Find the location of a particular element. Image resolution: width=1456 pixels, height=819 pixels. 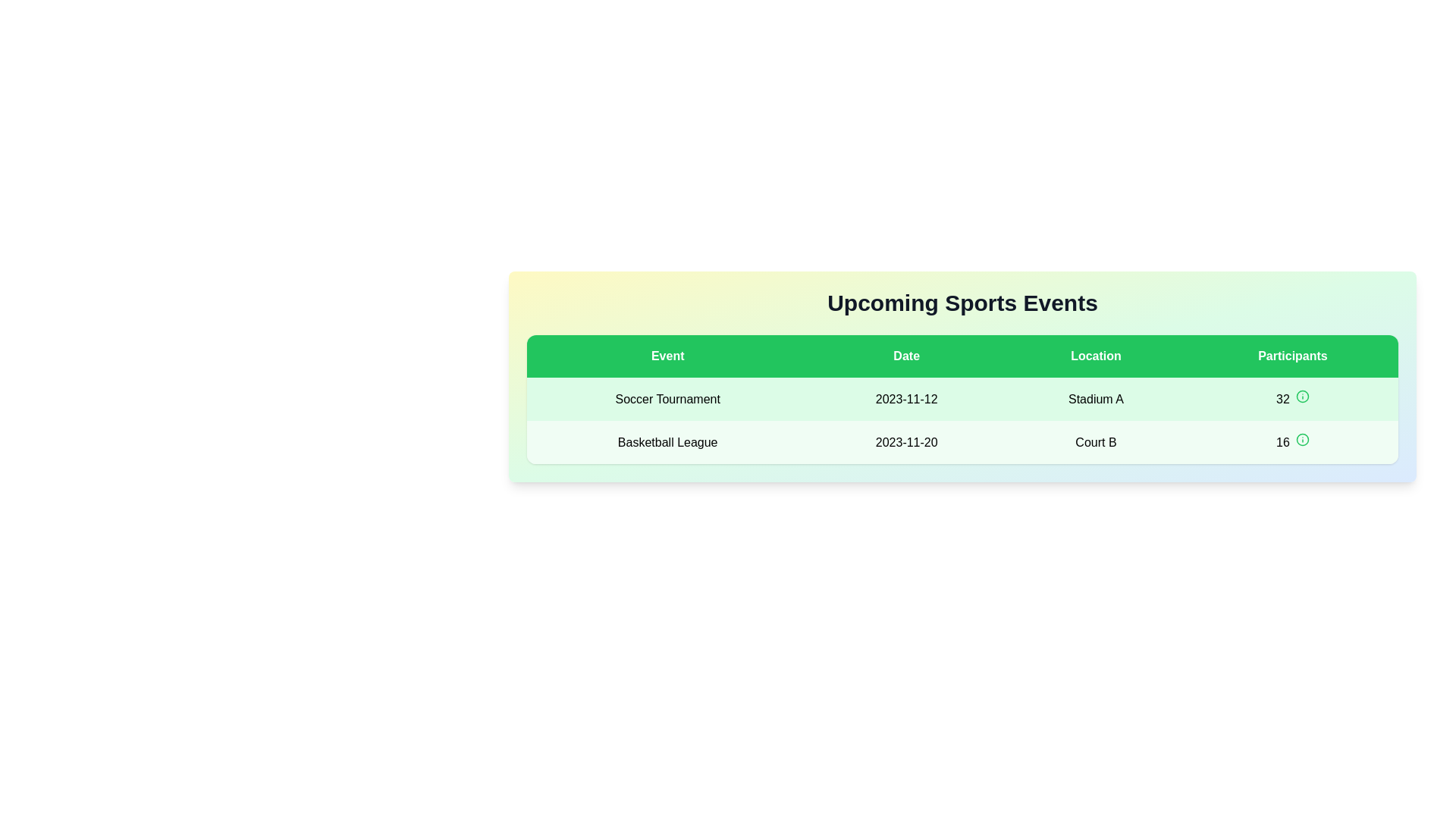

the static text element displaying the date '2023-11-20' located in the second row of the table in the 'Date' column is located at coordinates (906, 442).